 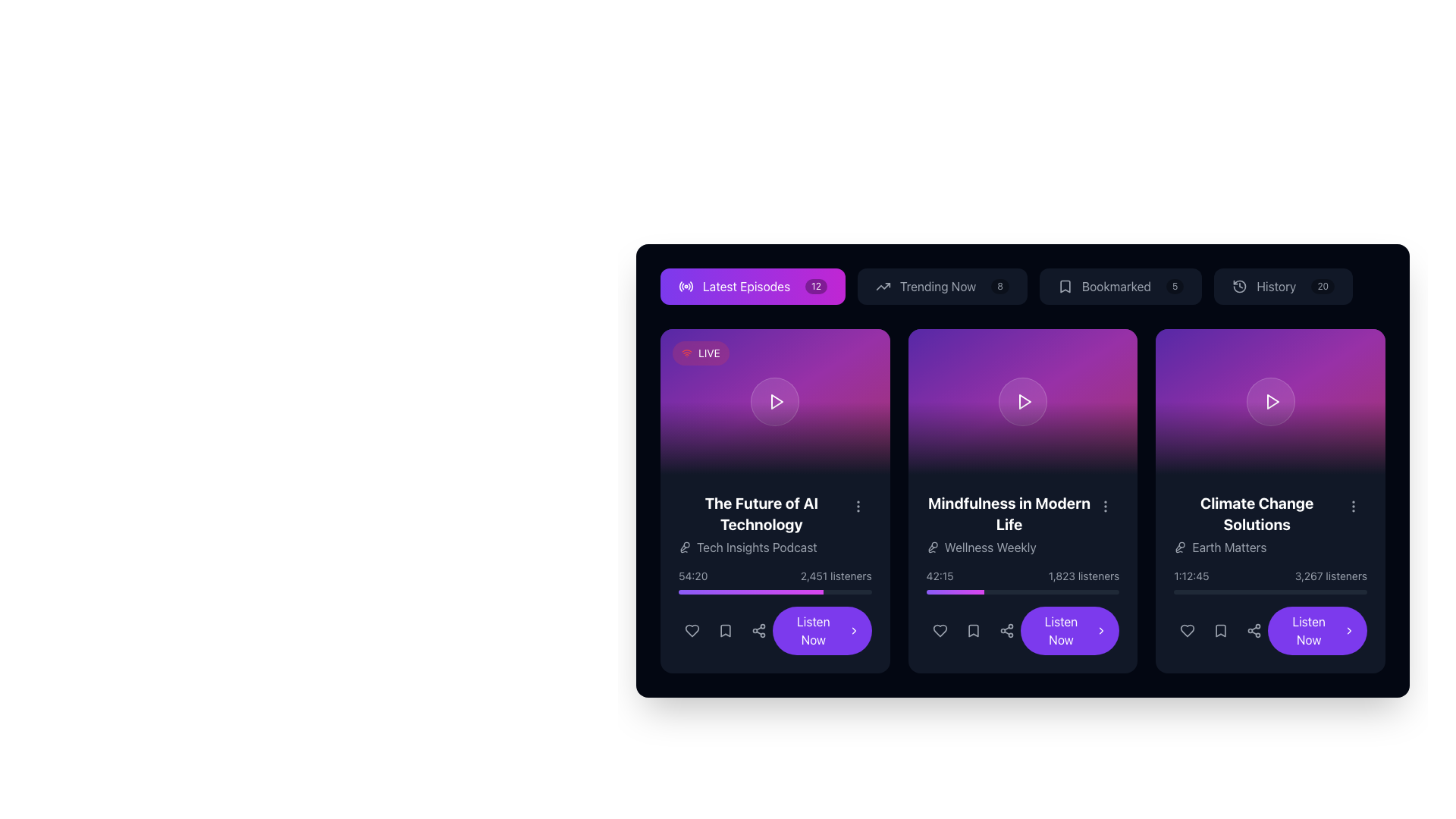 I want to click on the bookmark icon located in the bottom section of the first content card, so click(x=724, y=631).